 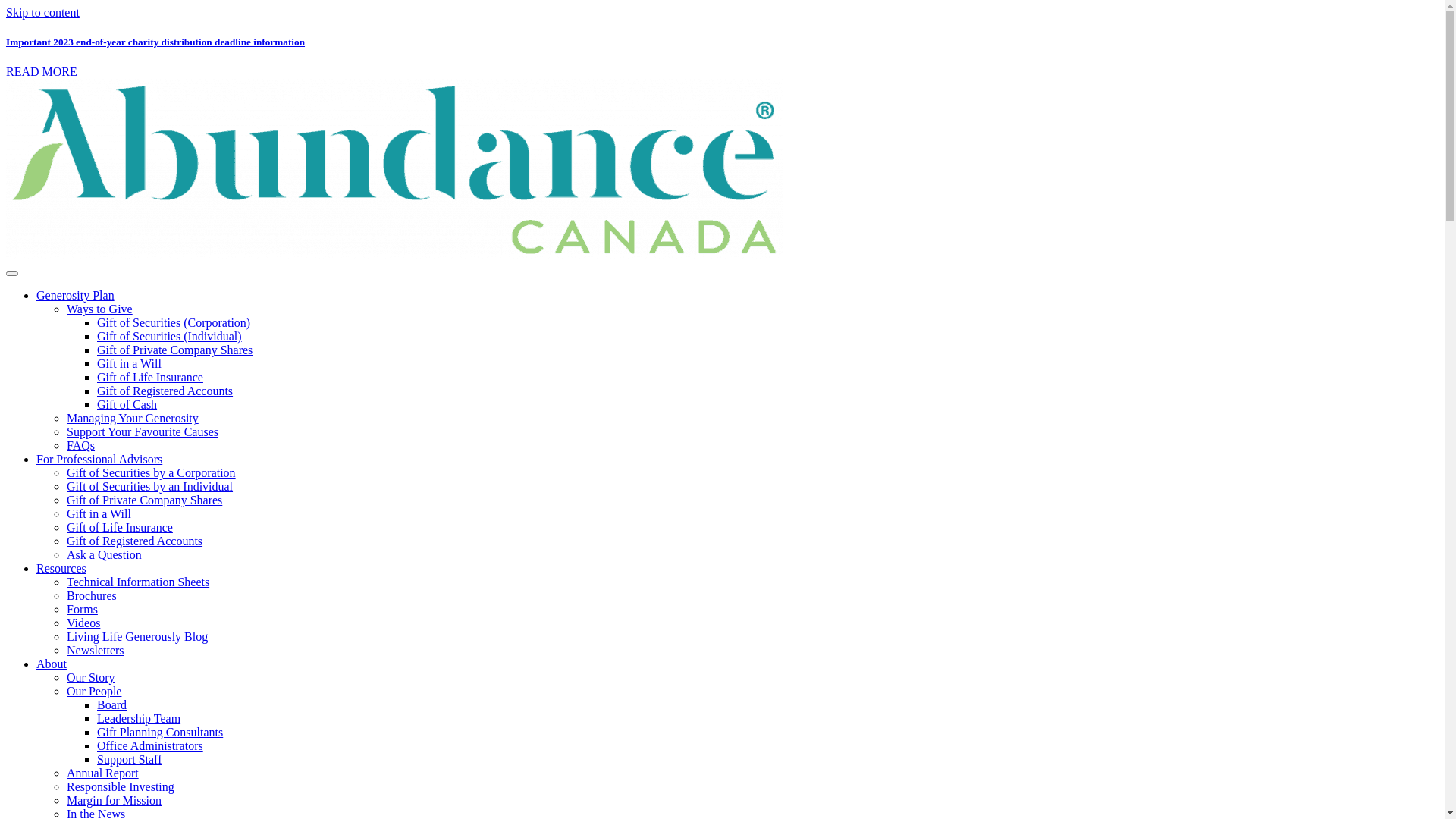 What do you see at coordinates (142, 431) in the screenshot?
I see `'Support Your Favourite Causes'` at bounding box center [142, 431].